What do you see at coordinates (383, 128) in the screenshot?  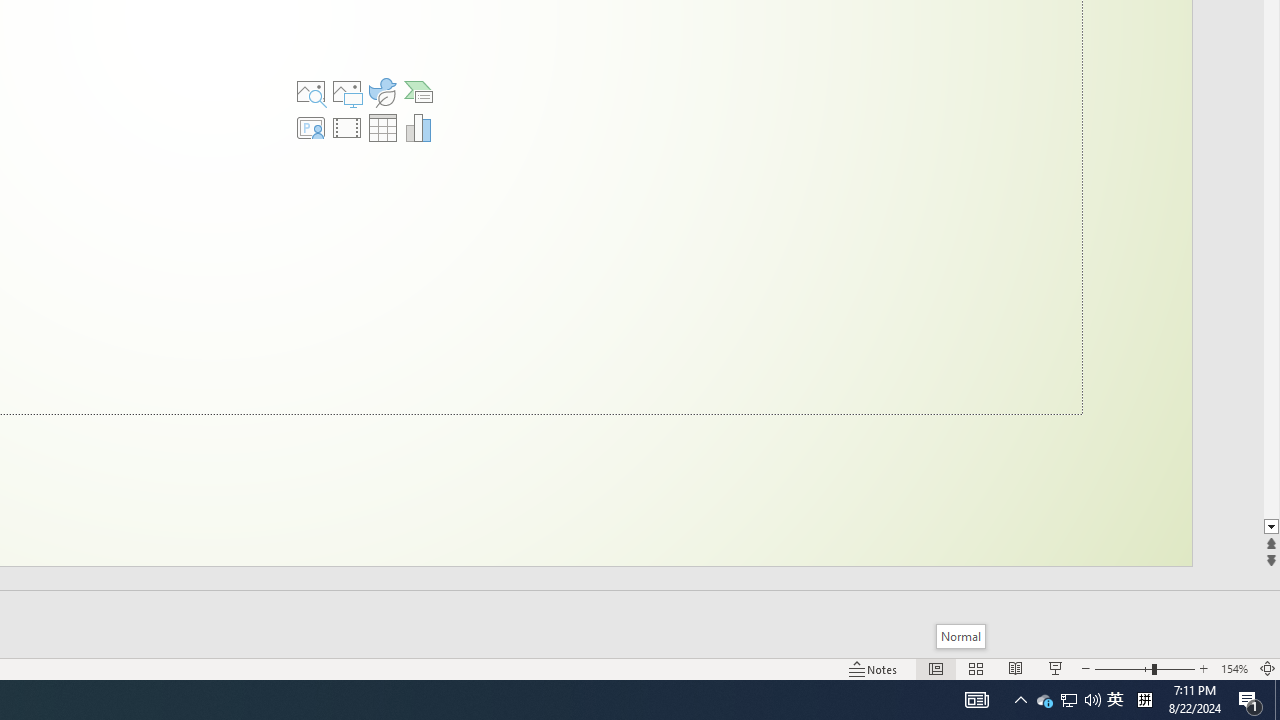 I see `'Insert Table'` at bounding box center [383, 128].